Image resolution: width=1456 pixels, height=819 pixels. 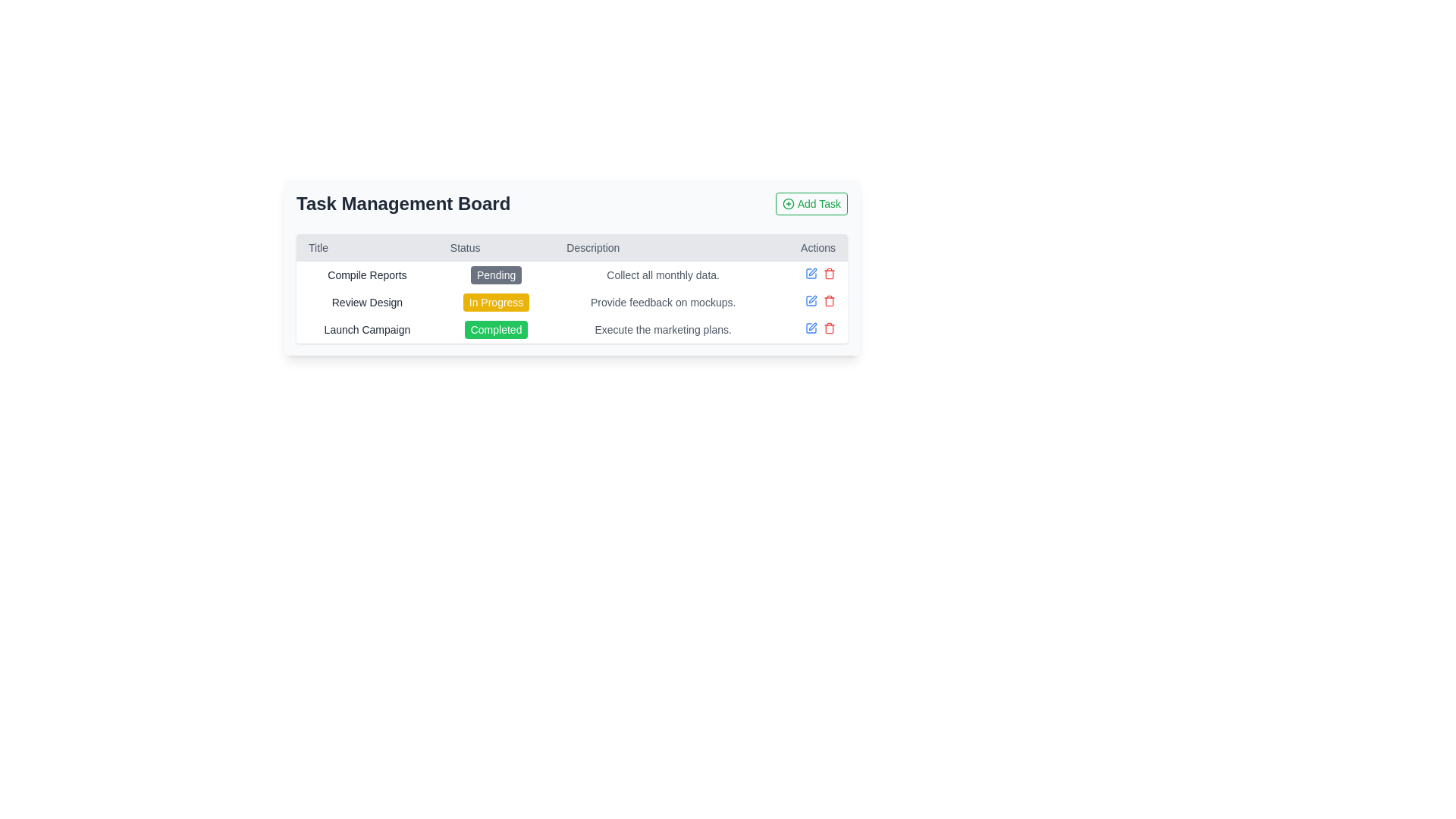 What do you see at coordinates (811, 203) in the screenshot?
I see `the button that allows users to add a new task to the task management board, located to the right of the title text 'Task Management Board' in the header section` at bounding box center [811, 203].